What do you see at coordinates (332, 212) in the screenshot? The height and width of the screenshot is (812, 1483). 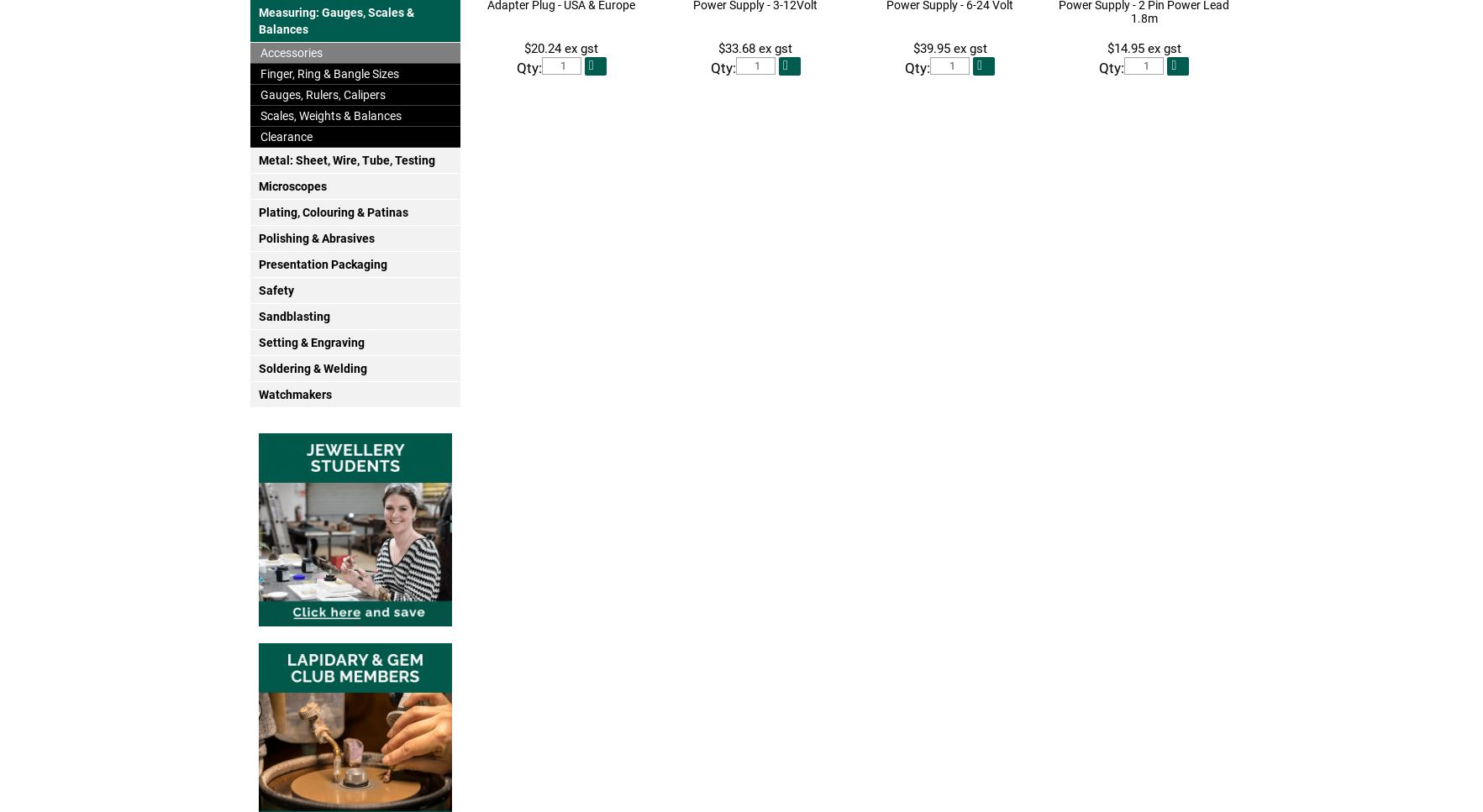 I see `'Plating, Colouring & Patinas'` at bounding box center [332, 212].